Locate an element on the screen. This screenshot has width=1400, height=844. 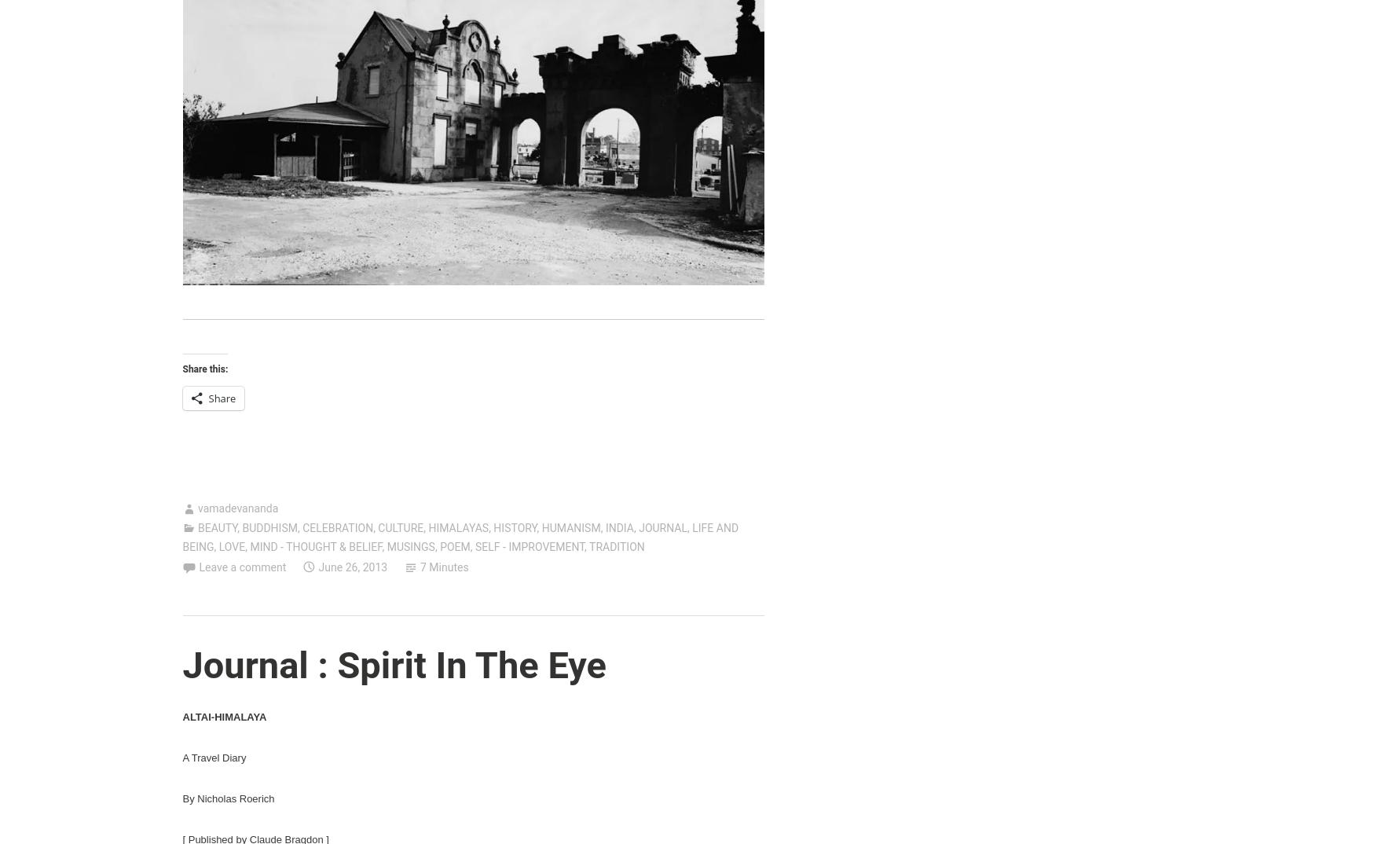
'A Travel Diary' is located at coordinates (182, 757).